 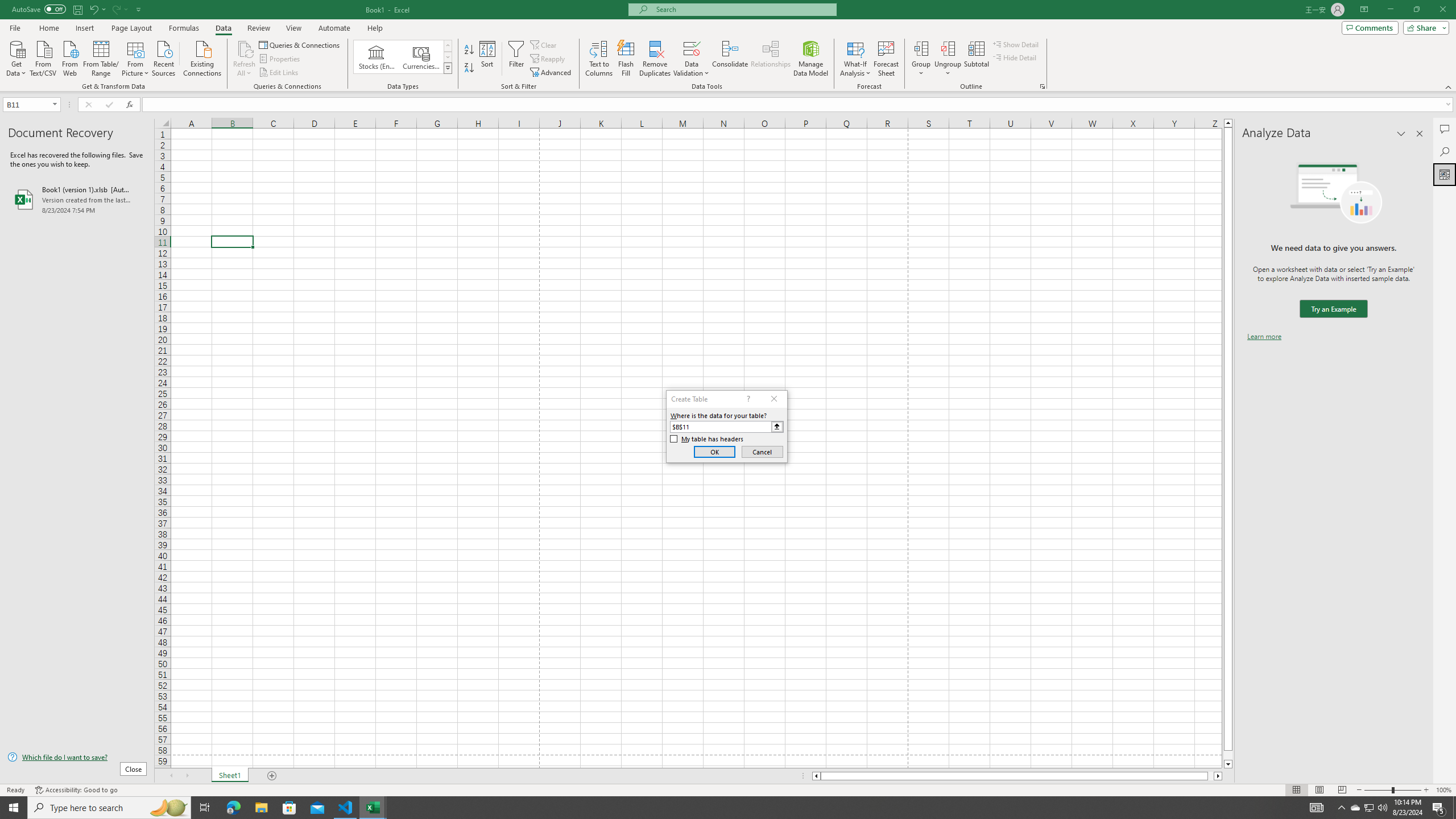 What do you see at coordinates (770, 59) in the screenshot?
I see `'Relationships'` at bounding box center [770, 59].